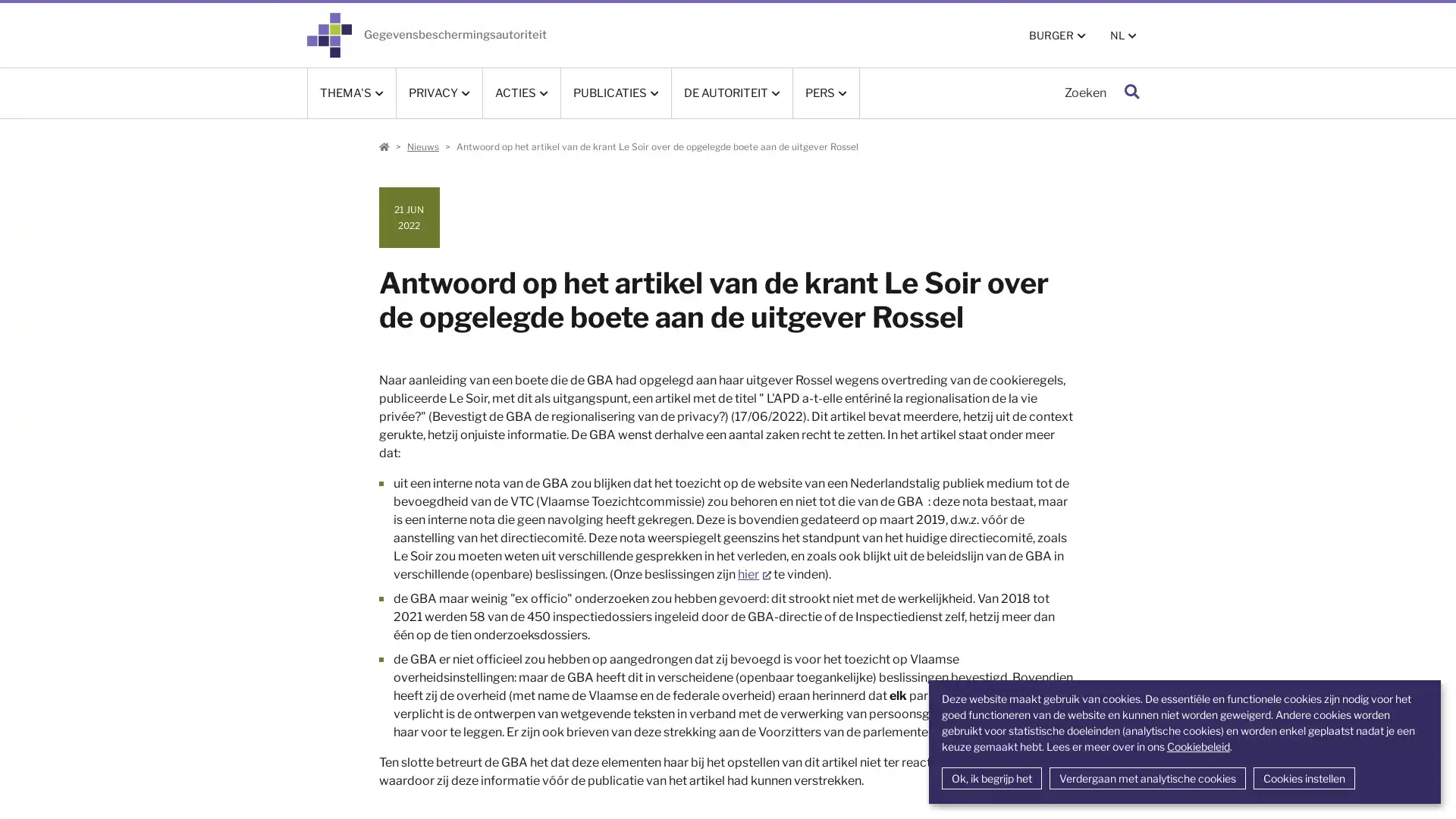 The height and width of the screenshot is (819, 1456). Describe the element at coordinates (1302, 778) in the screenshot. I see `Cookies instellen` at that location.